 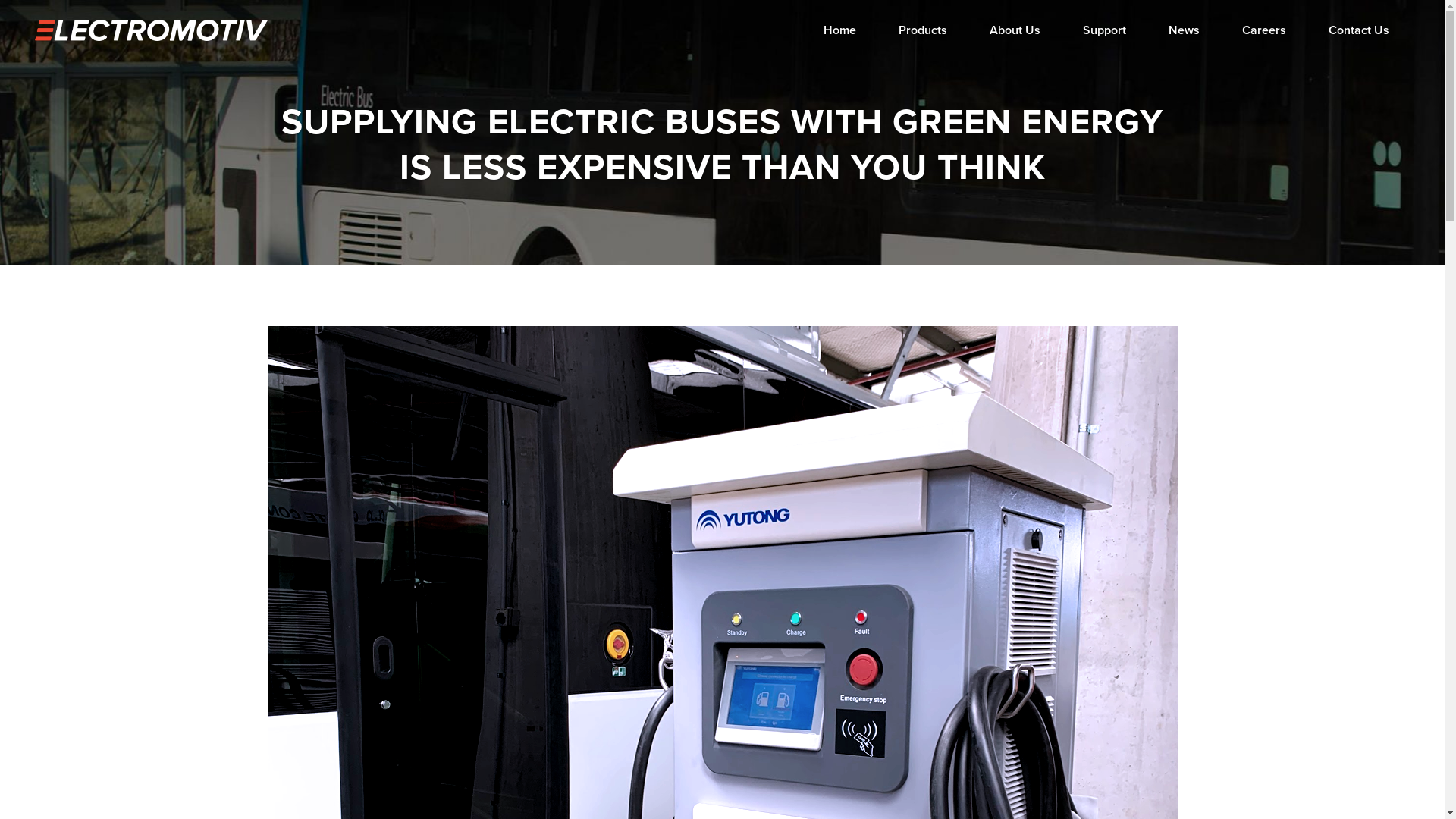 What do you see at coordinates (1104, 30) in the screenshot?
I see `'Support'` at bounding box center [1104, 30].